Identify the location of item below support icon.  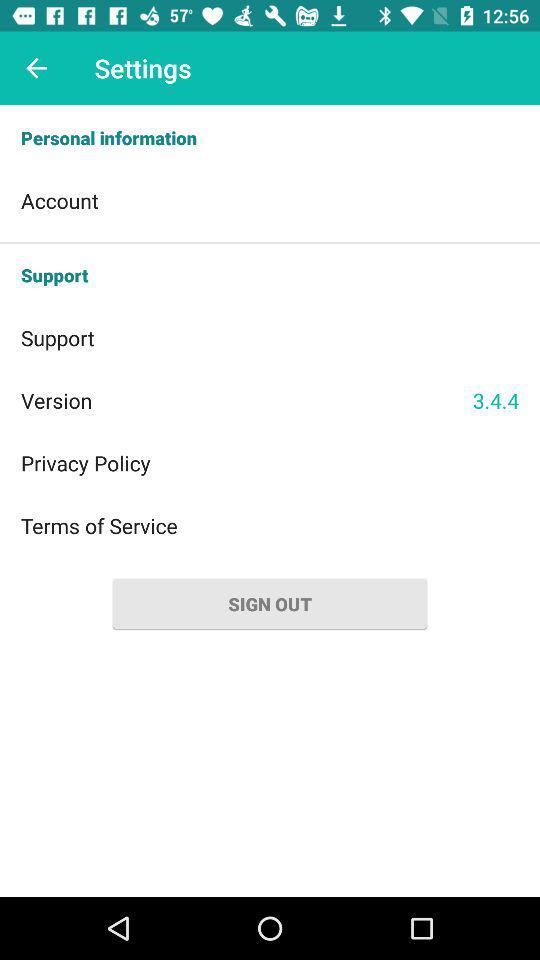
(494, 399).